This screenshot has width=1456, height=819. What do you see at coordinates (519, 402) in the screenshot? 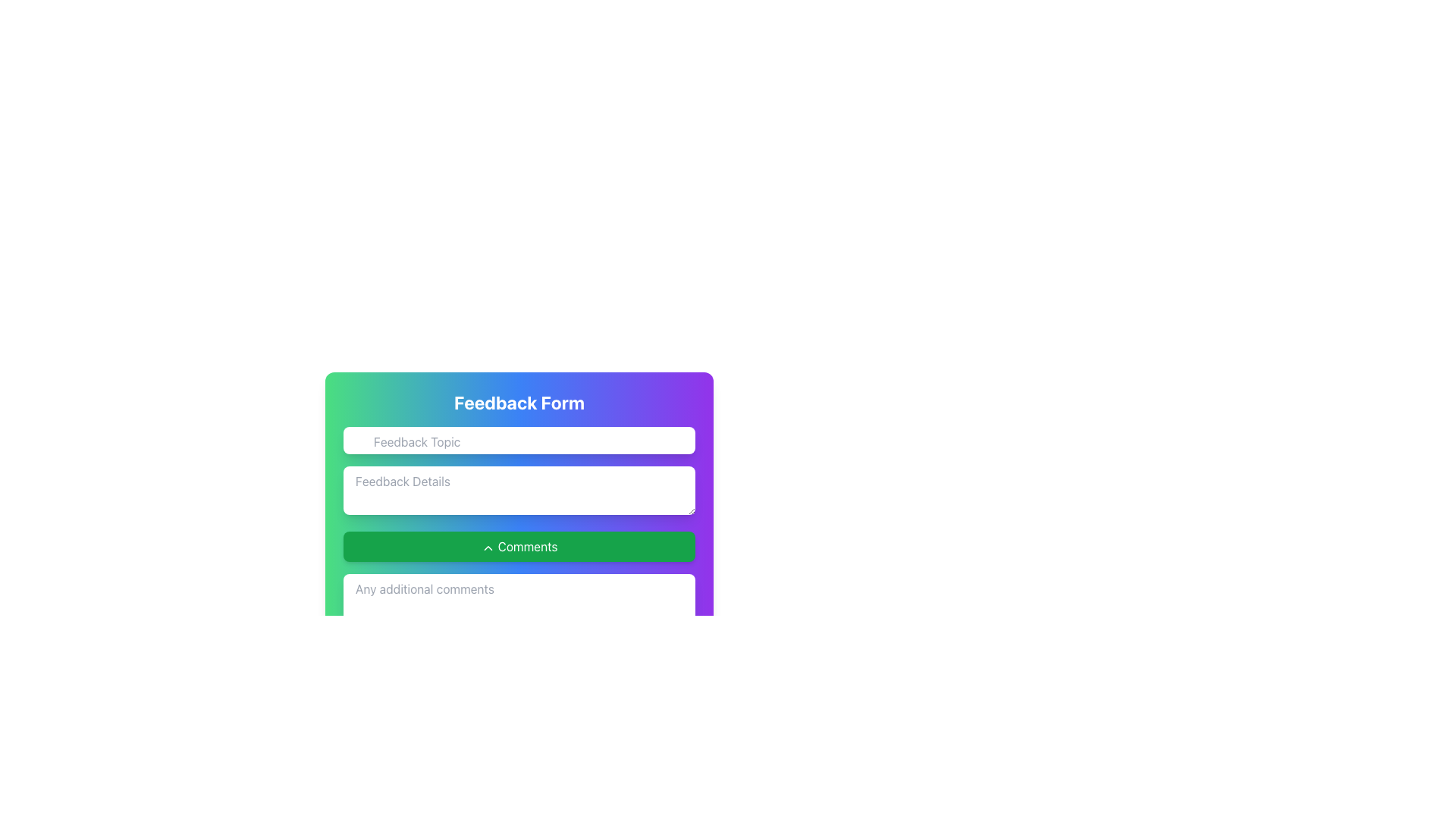
I see `the 'Feedback Form' text label, which is prominently displayed in bold white text on a gradient background at the top of the interface` at bounding box center [519, 402].